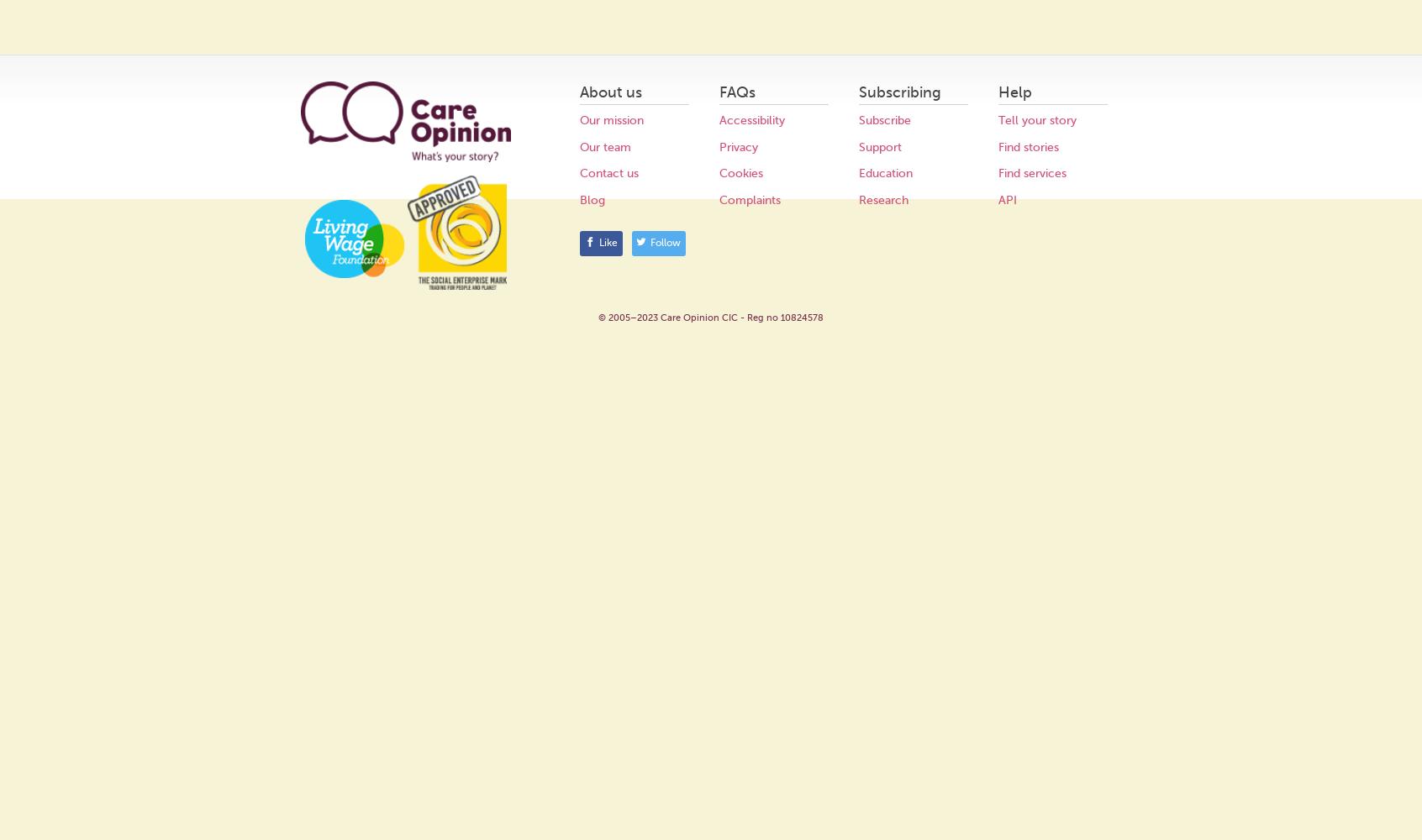 This screenshot has width=1422, height=840. Describe the element at coordinates (597, 318) in the screenshot. I see `'© 2005–2023 Care Opinion CIC - Reg no 10824578'` at that location.